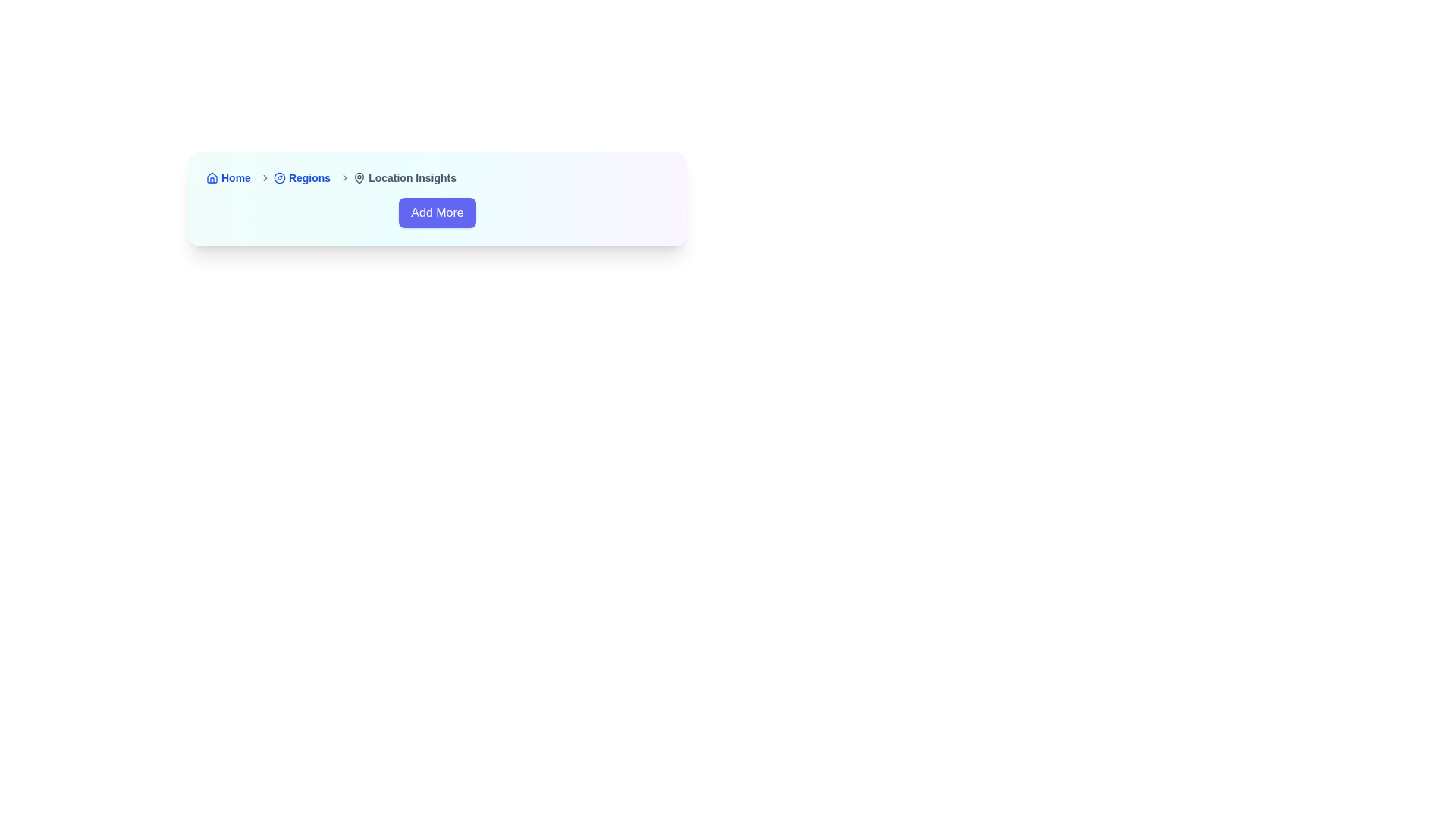 The image size is (1456, 819). Describe the element at coordinates (397, 177) in the screenshot. I see `the third segment of the breadcrumb navigation, which follows the 'Regions' segment, to understand the navigation structure of the current interface` at that location.